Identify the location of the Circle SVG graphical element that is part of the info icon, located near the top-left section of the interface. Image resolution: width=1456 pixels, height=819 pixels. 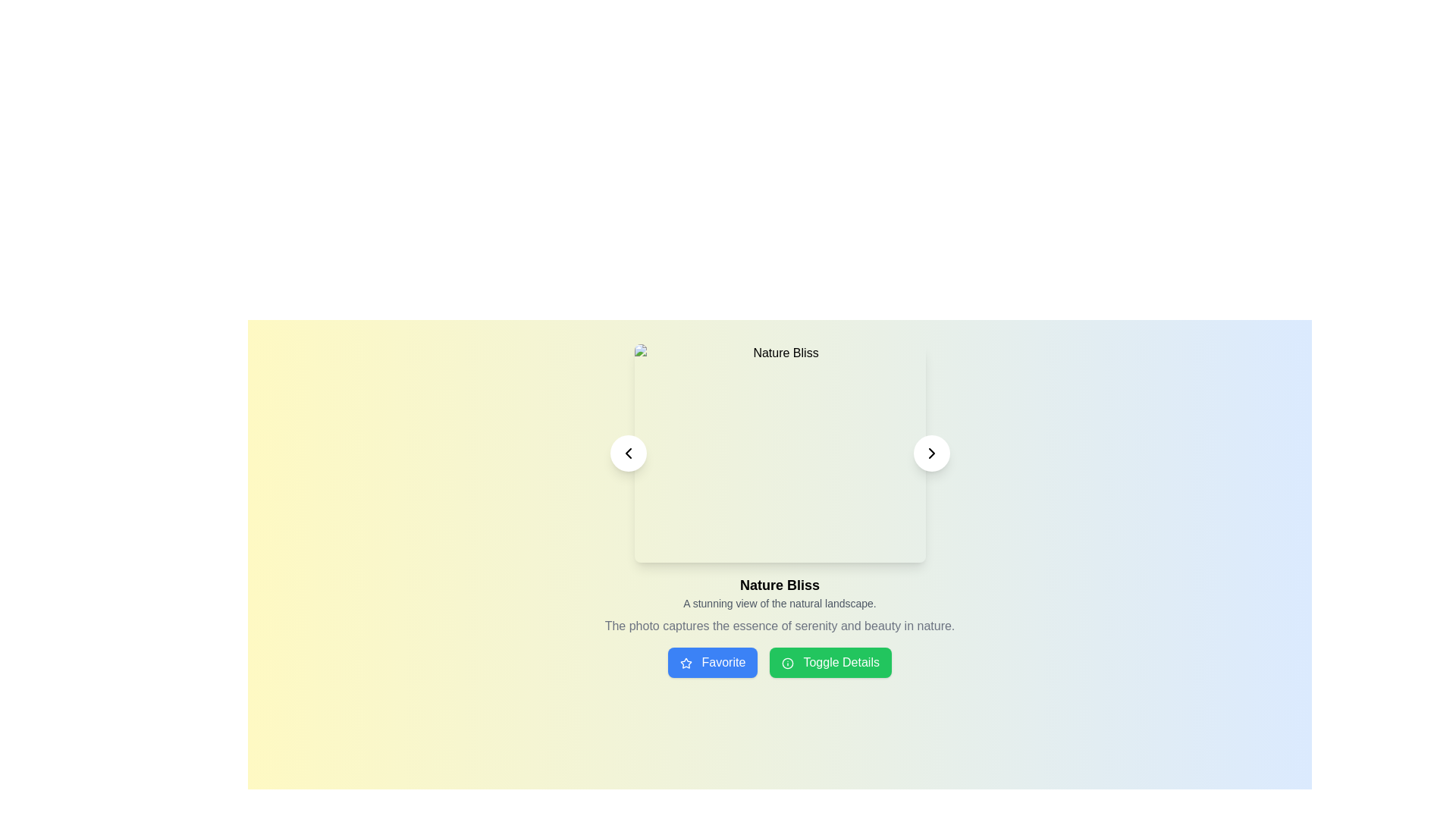
(788, 662).